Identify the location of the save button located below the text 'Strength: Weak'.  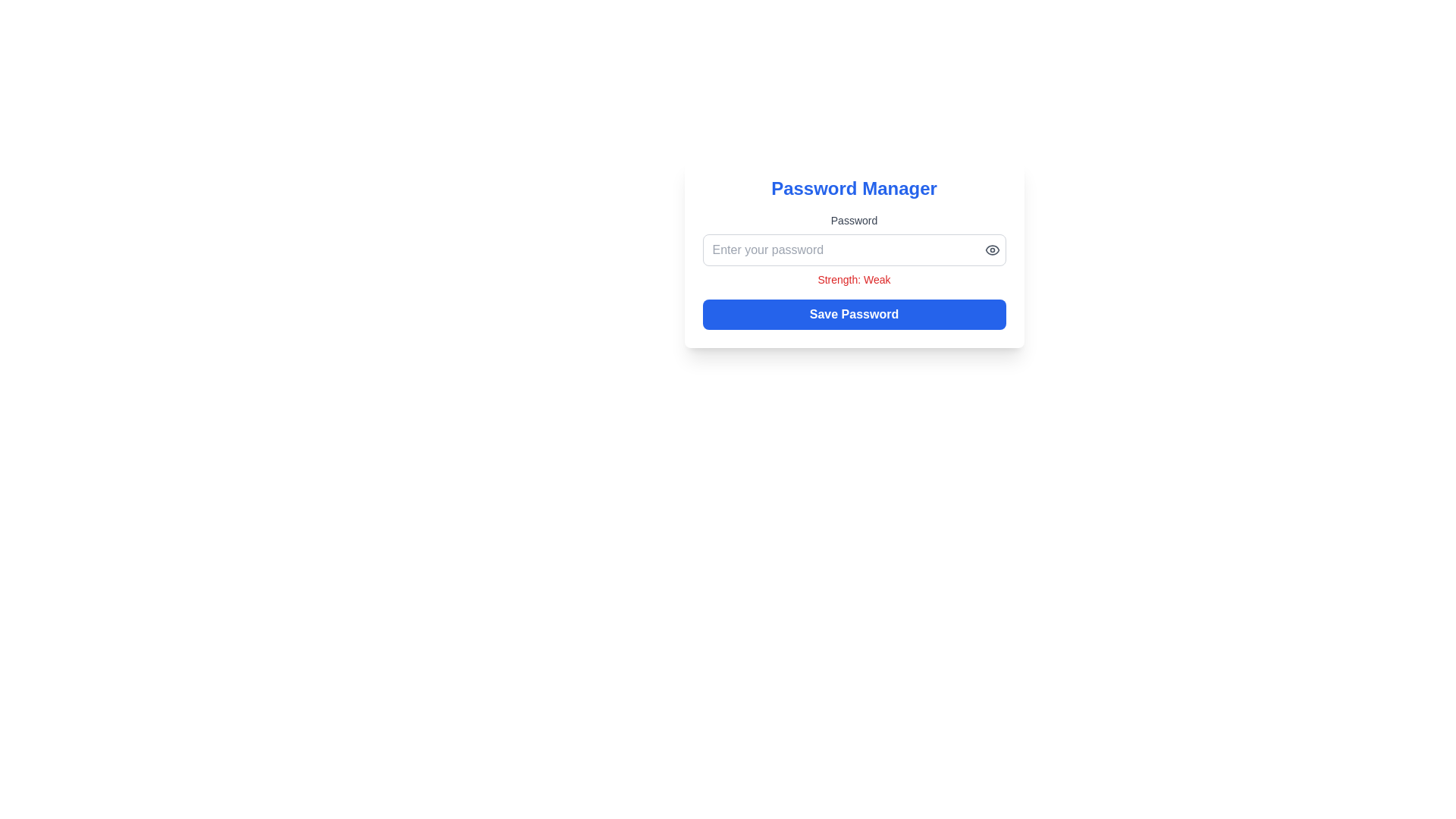
(854, 314).